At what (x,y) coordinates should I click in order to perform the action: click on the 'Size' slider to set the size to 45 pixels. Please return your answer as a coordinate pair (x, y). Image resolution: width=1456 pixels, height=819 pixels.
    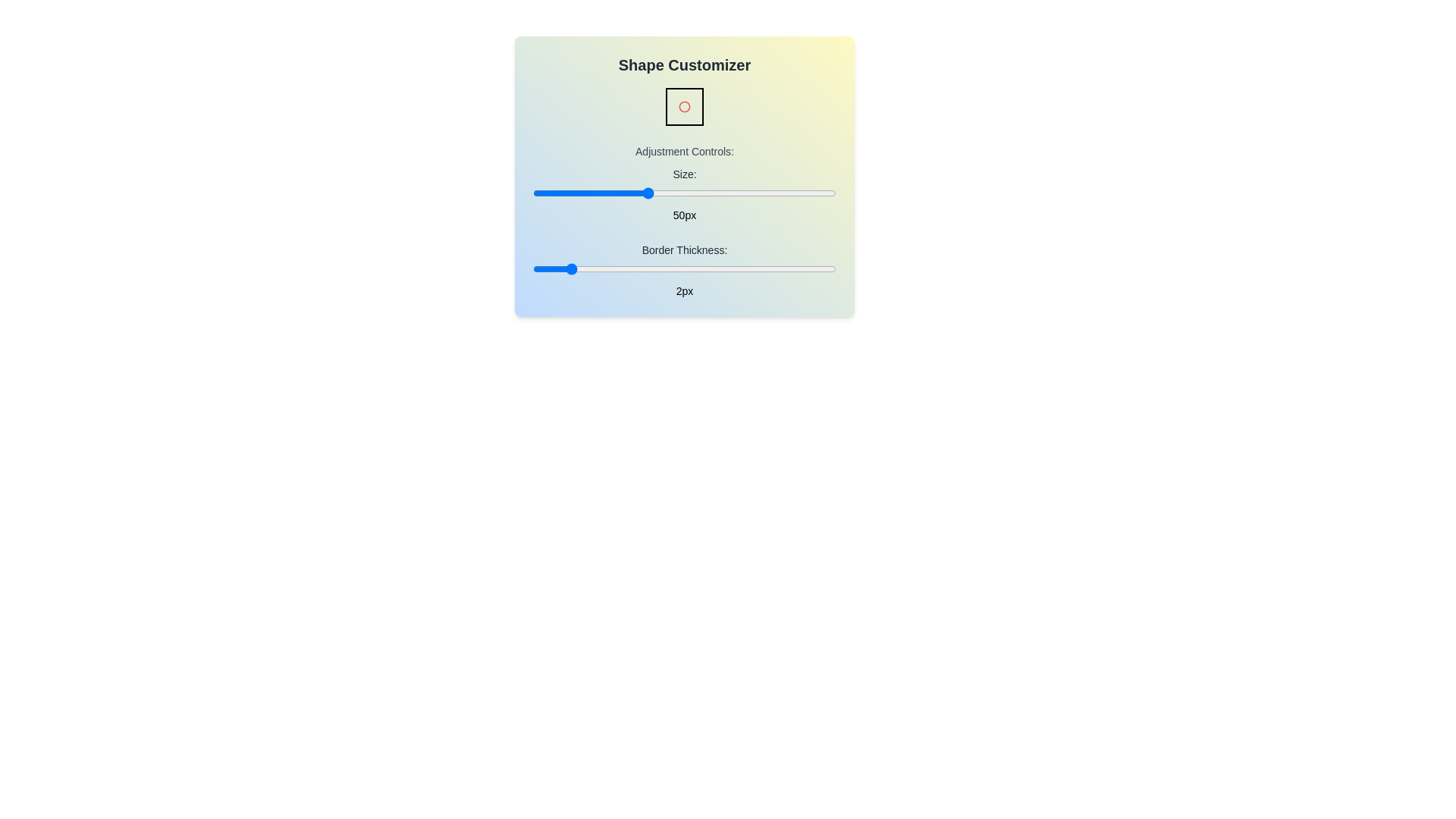
    Looking at the image, I should click on (628, 192).